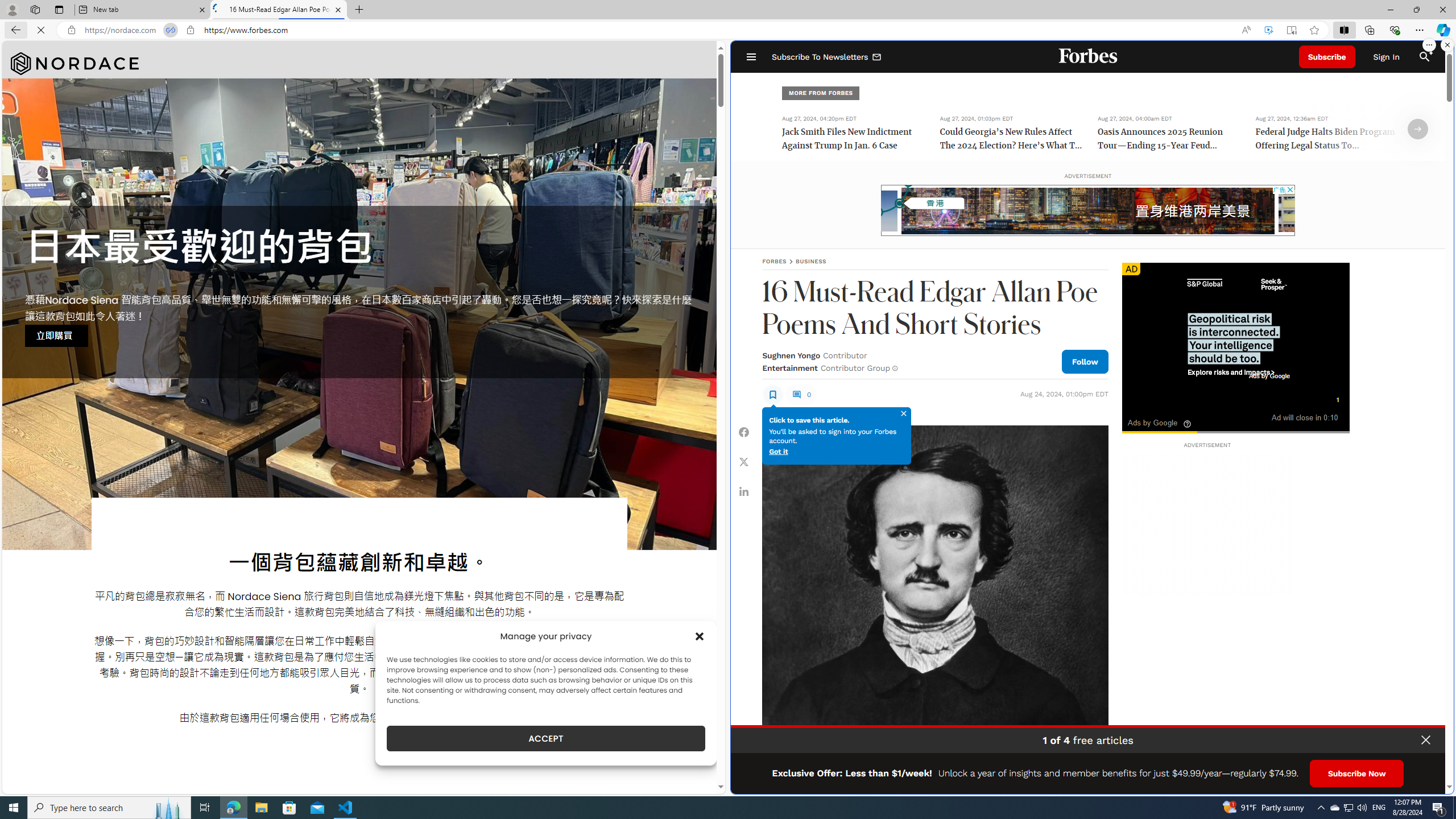  I want to click on 'Follow Author', so click(1085, 361).